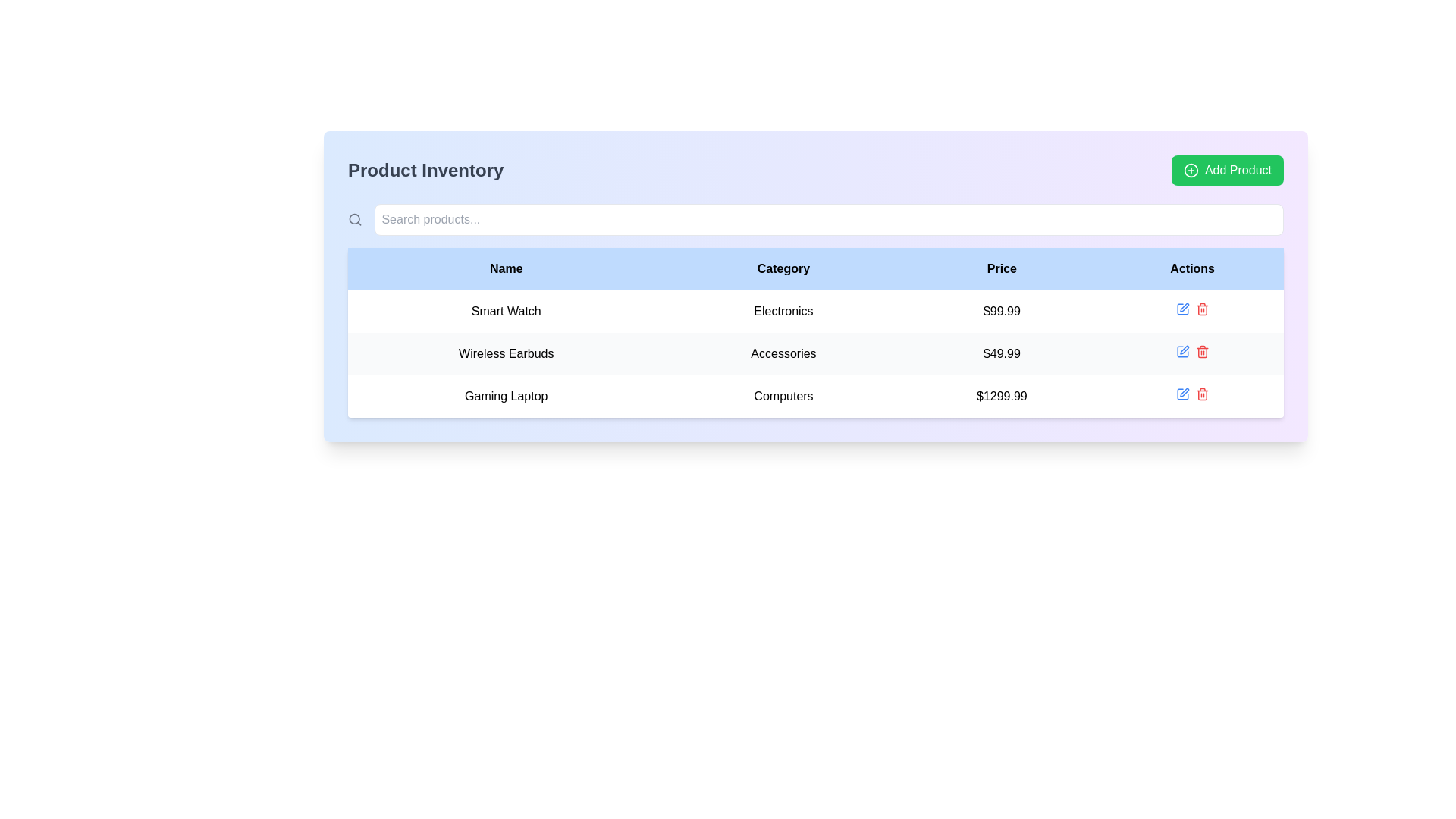  What do you see at coordinates (1002, 353) in the screenshot?
I see `the static text label displaying the price '$49.99' for the 'Wireless Earbuds' in the second row of the pricing column` at bounding box center [1002, 353].